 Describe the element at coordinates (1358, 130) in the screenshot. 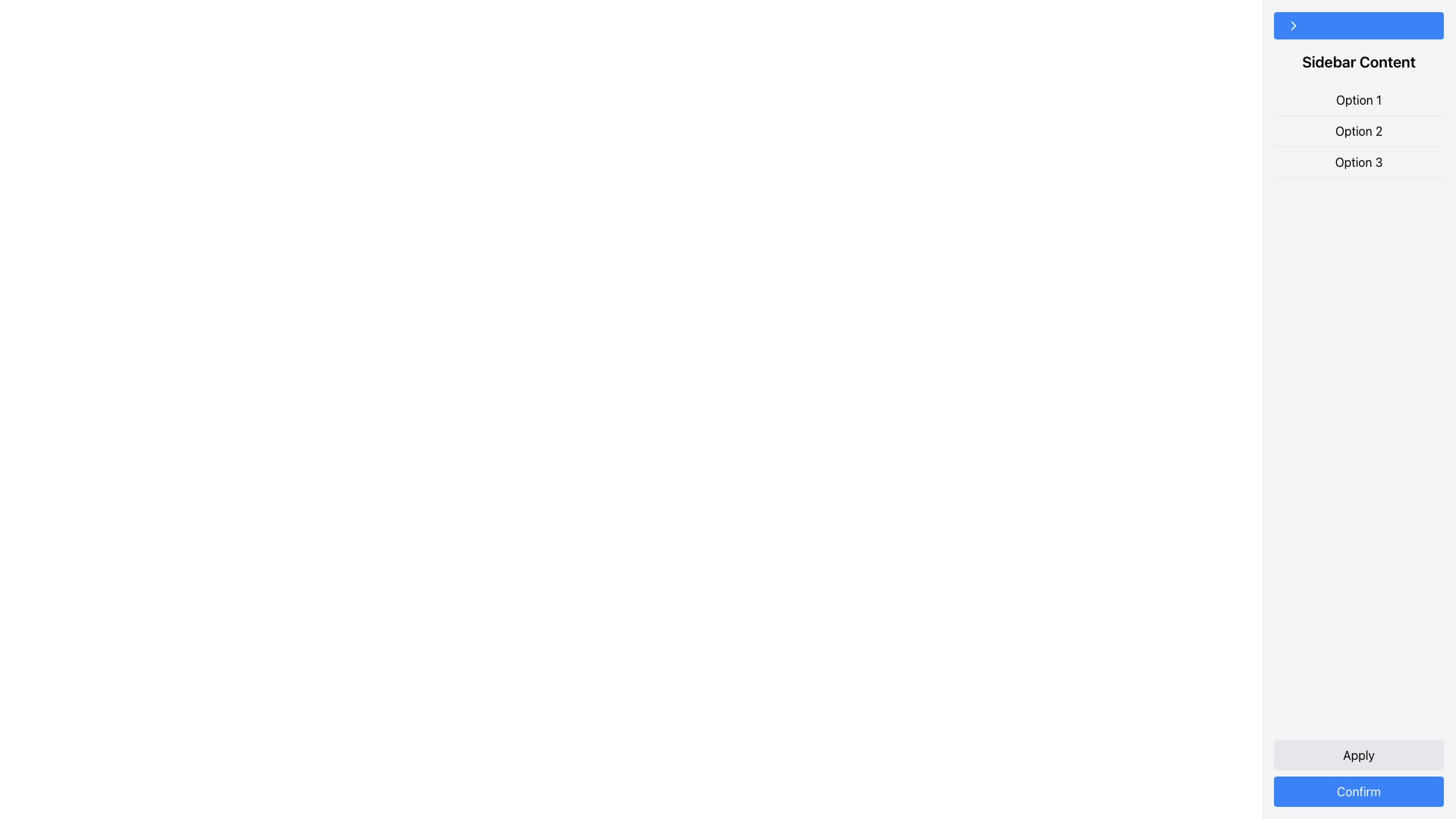

I see `the second item labeled 'Option 2'` at that location.